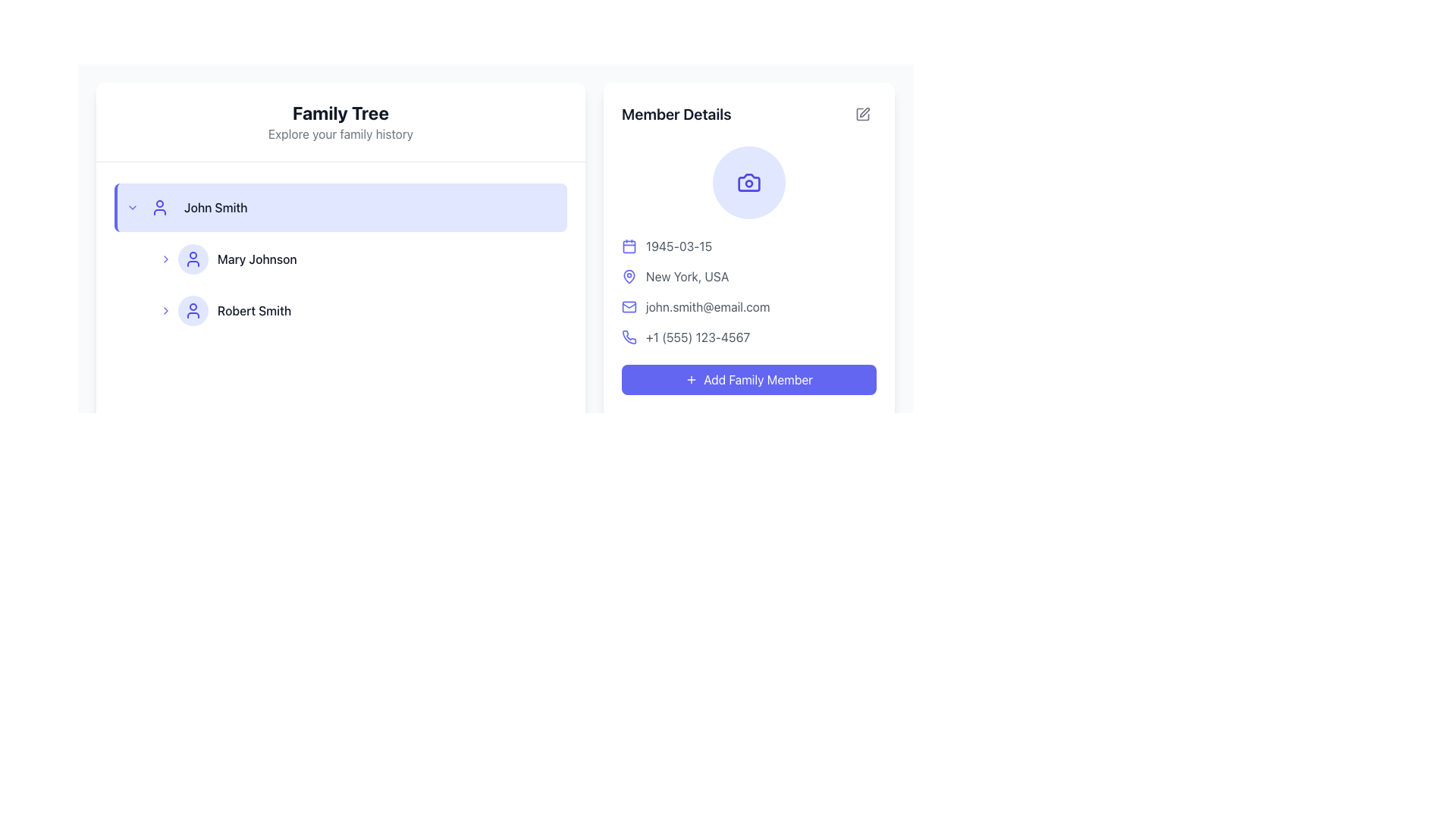  Describe the element at coordinates (192, 259) in the screenshot. I see `the indigo user profile icon located in the 'Family Tree' section, which is the second icon to the left of the 'Mary Johnson' text` at that location.